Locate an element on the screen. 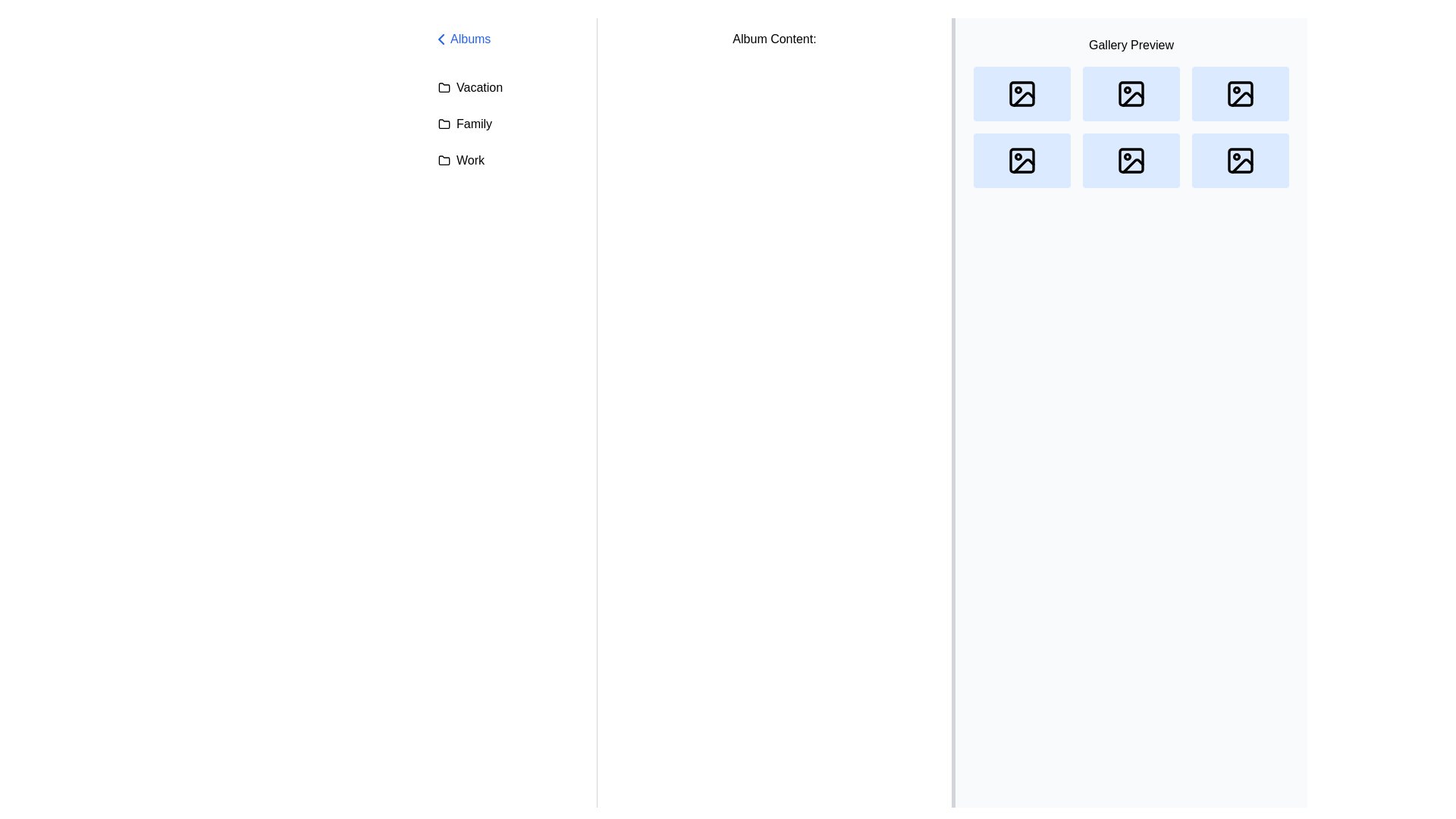 This screenshot has width=1456, height=819. on the Image Preview Placeholder in the Gallery Preview section, which is a rounded rectangle with a light blue background and a stylized image icon, located in the first row and second column of the 3x2 grid is located at coordinates (1131, 93).